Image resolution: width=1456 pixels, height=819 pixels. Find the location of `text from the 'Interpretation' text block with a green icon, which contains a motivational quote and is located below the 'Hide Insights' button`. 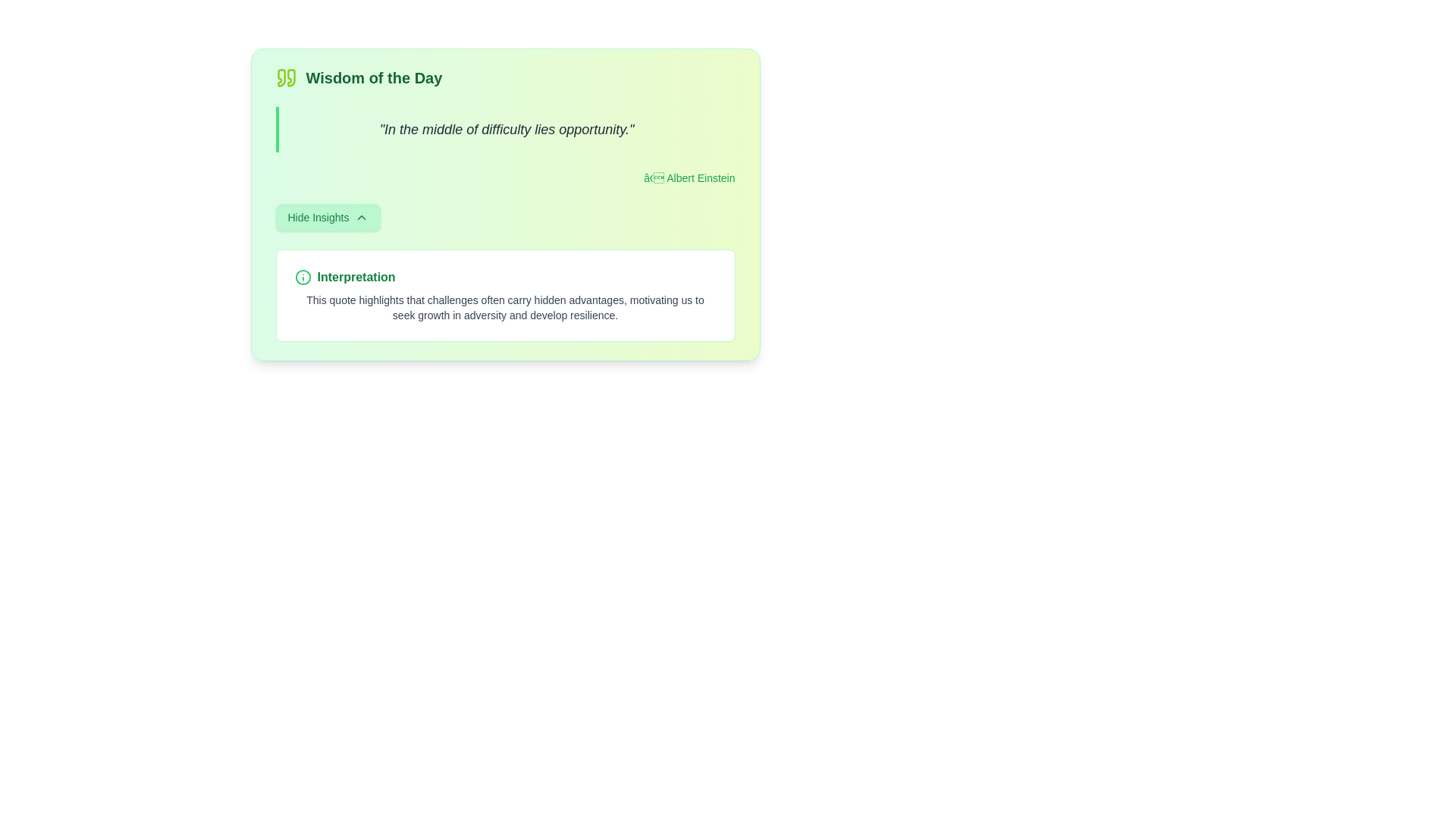

text from the 'Interpretation' text block with a green icon, which contains a motivational quote and is located below the 'Hide Insights' button is located at coordinates (505, 295).